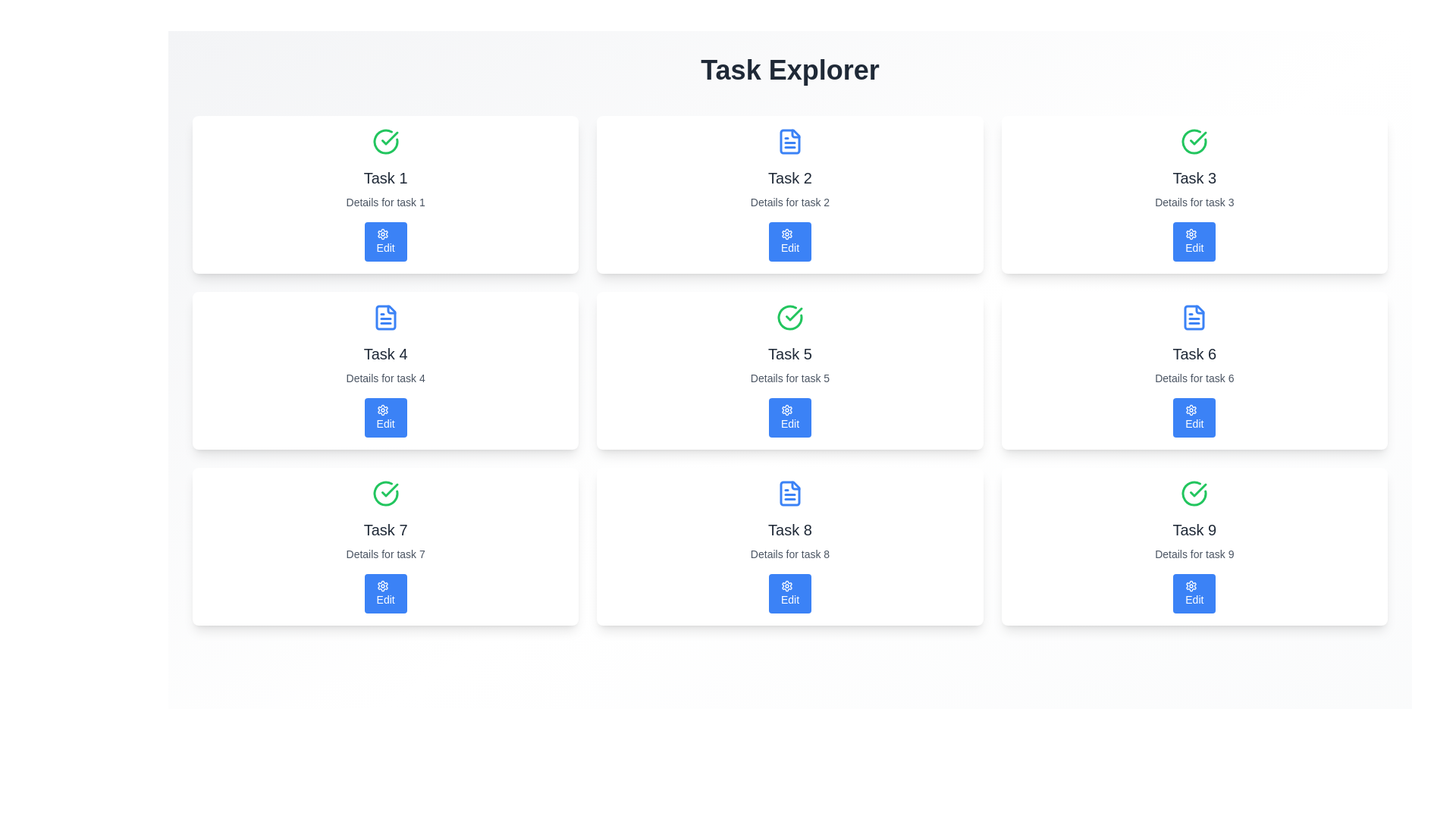 The image size is (1456, 819). Describe the element at coordinates (385, 317) in the screenshot. I see `the rectangular blue icon with a document-like outline located in the second card of the second row labeled 'Task 4'` at that location.